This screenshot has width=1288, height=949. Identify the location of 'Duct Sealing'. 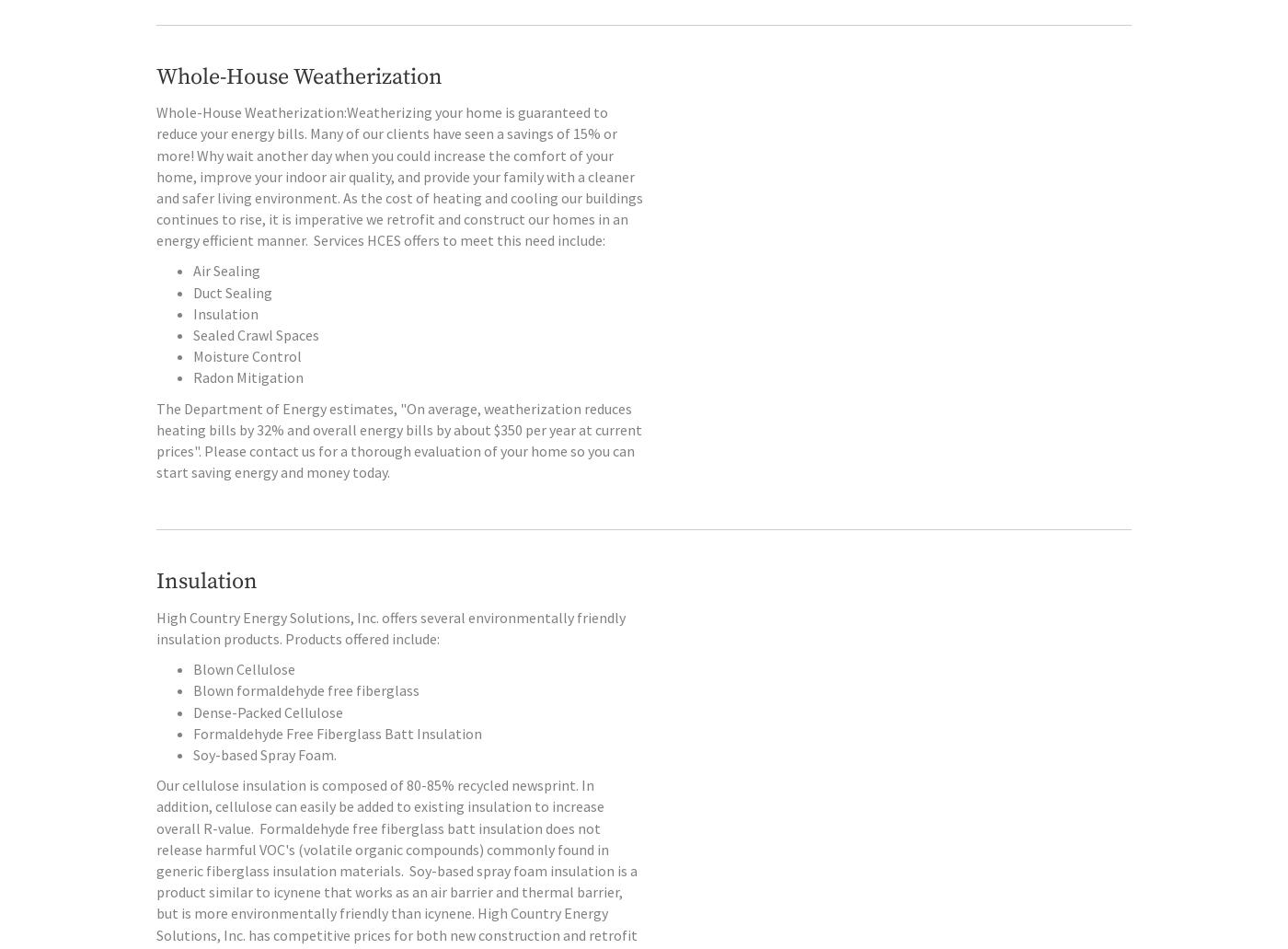
(232, 329).